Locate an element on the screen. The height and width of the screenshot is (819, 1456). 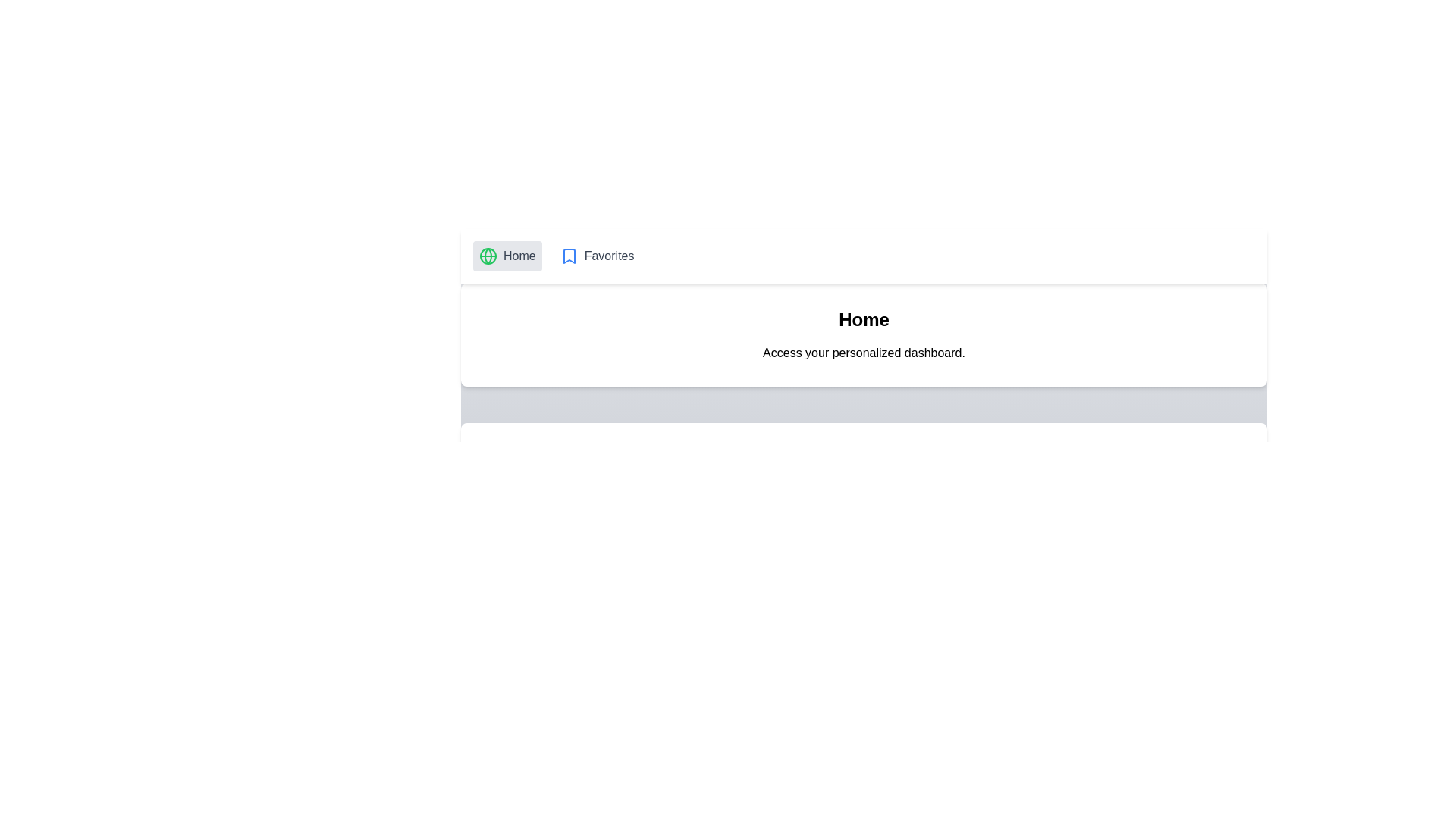
the informational text element that guides users to their personalized dashboard, located below the 'Home' title and centered within the card is located at coordinates (864, 353).